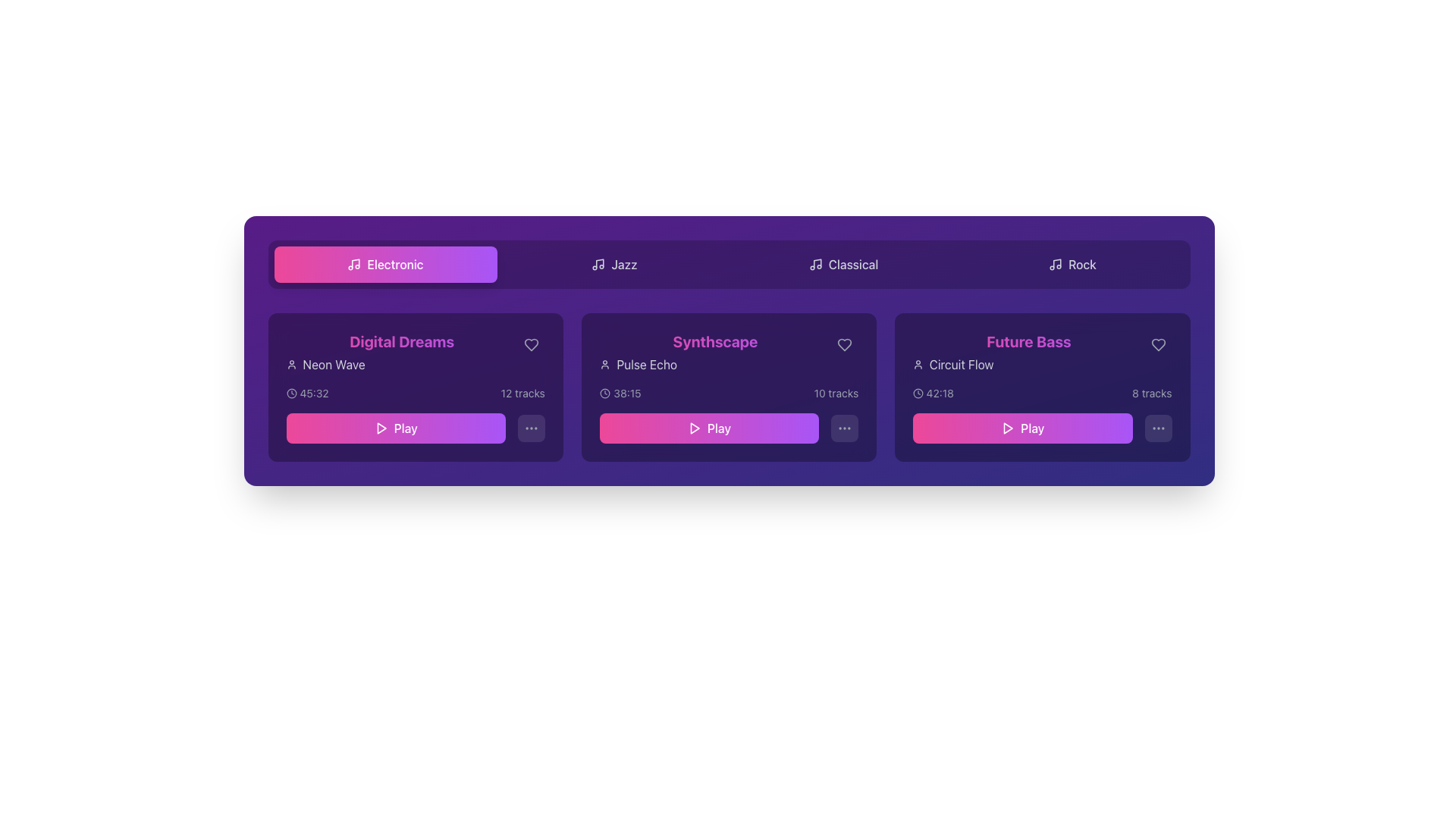 The height and width of the screenshot is (819, 1456). Describe the element at coordinates (531, 428) in the screenshot. I see `the context menu trigger button located to the right of the 'Play' button in the 'Digital Dreams' section` at that location.